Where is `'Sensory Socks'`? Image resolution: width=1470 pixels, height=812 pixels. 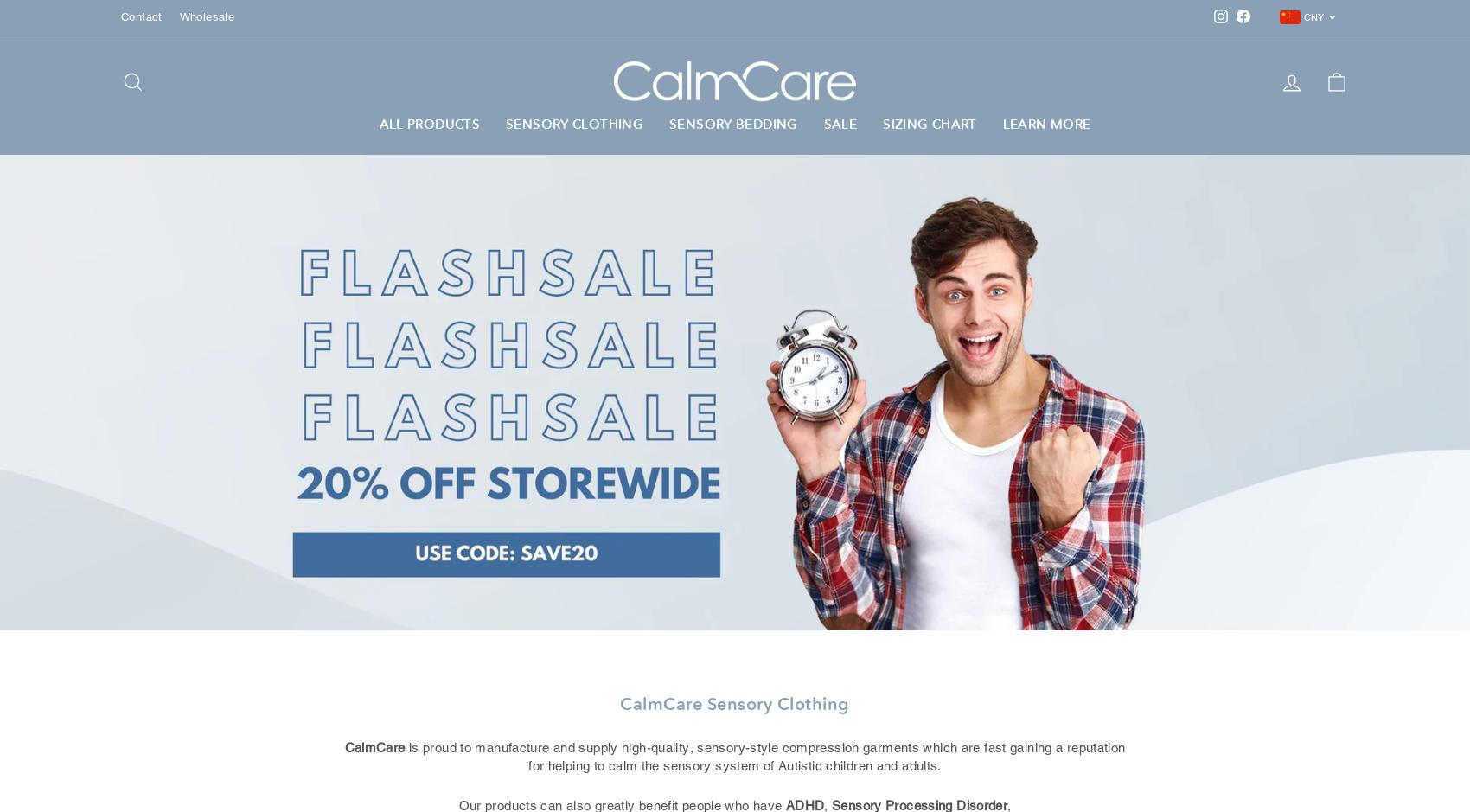 'Sensory Socks' is located at coordinates (550, 278).